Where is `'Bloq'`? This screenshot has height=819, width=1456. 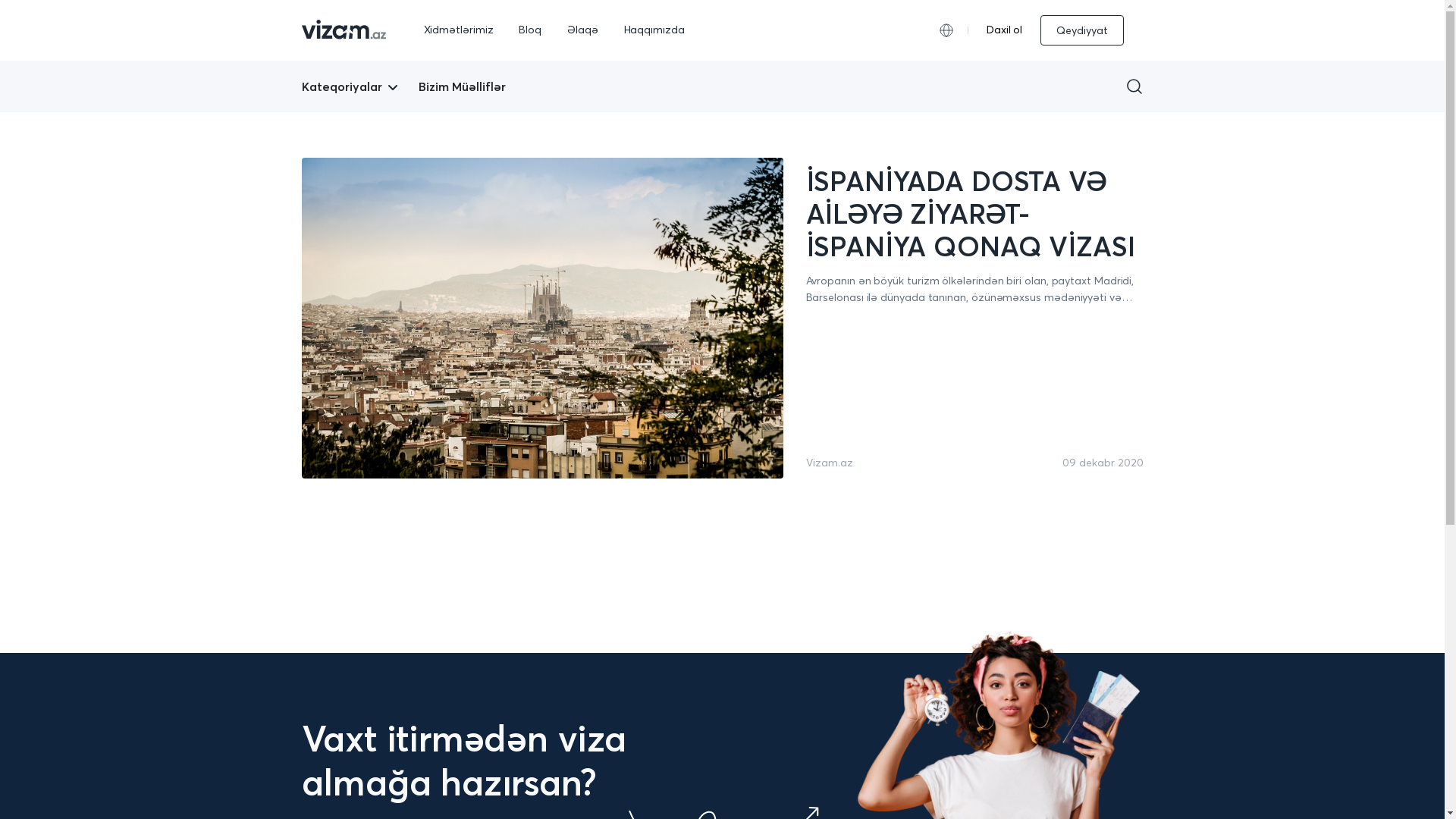 'Bloq' is located at coordinates (530, 30).